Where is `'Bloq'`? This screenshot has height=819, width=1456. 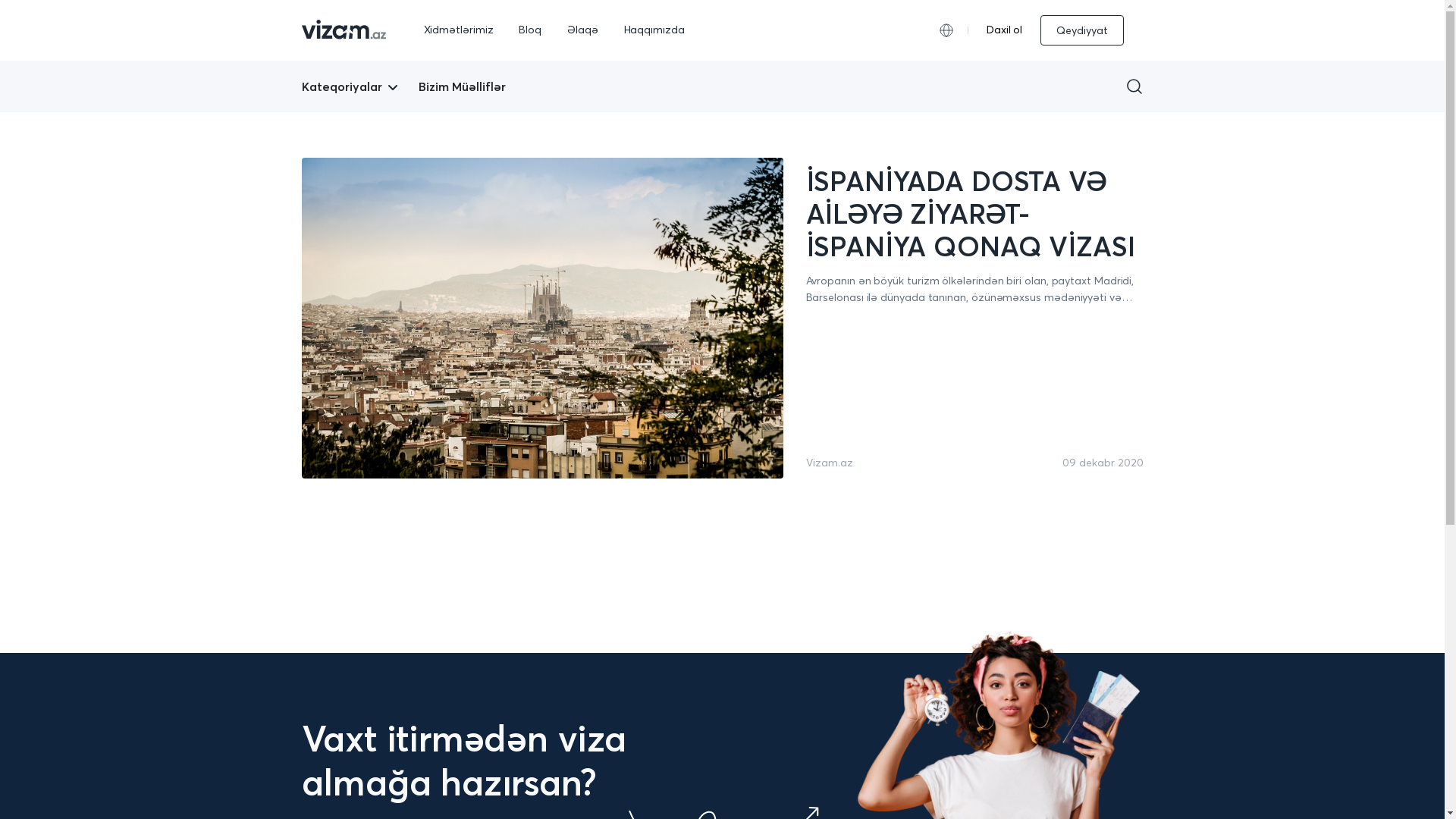 'Bloq' is located at coordinates (530, 30).